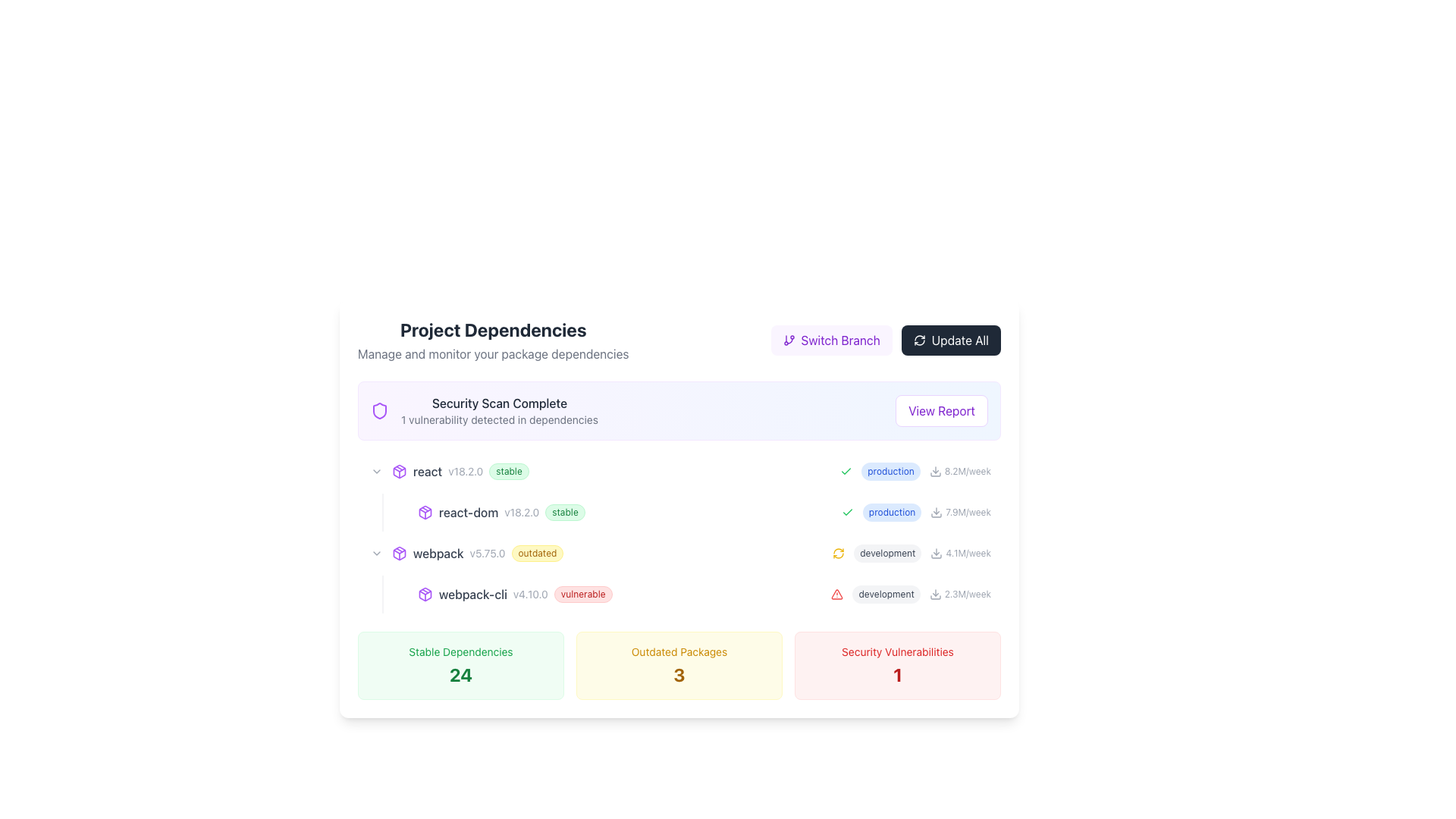 Image resolution: width=1456 pixels, height=819 pixels. Describe the element at coordinates (836, 593) in the screenshot. I see `the triangular warning icon to retrieve more information about the associated warning or issue regarding dependencies` at that location.